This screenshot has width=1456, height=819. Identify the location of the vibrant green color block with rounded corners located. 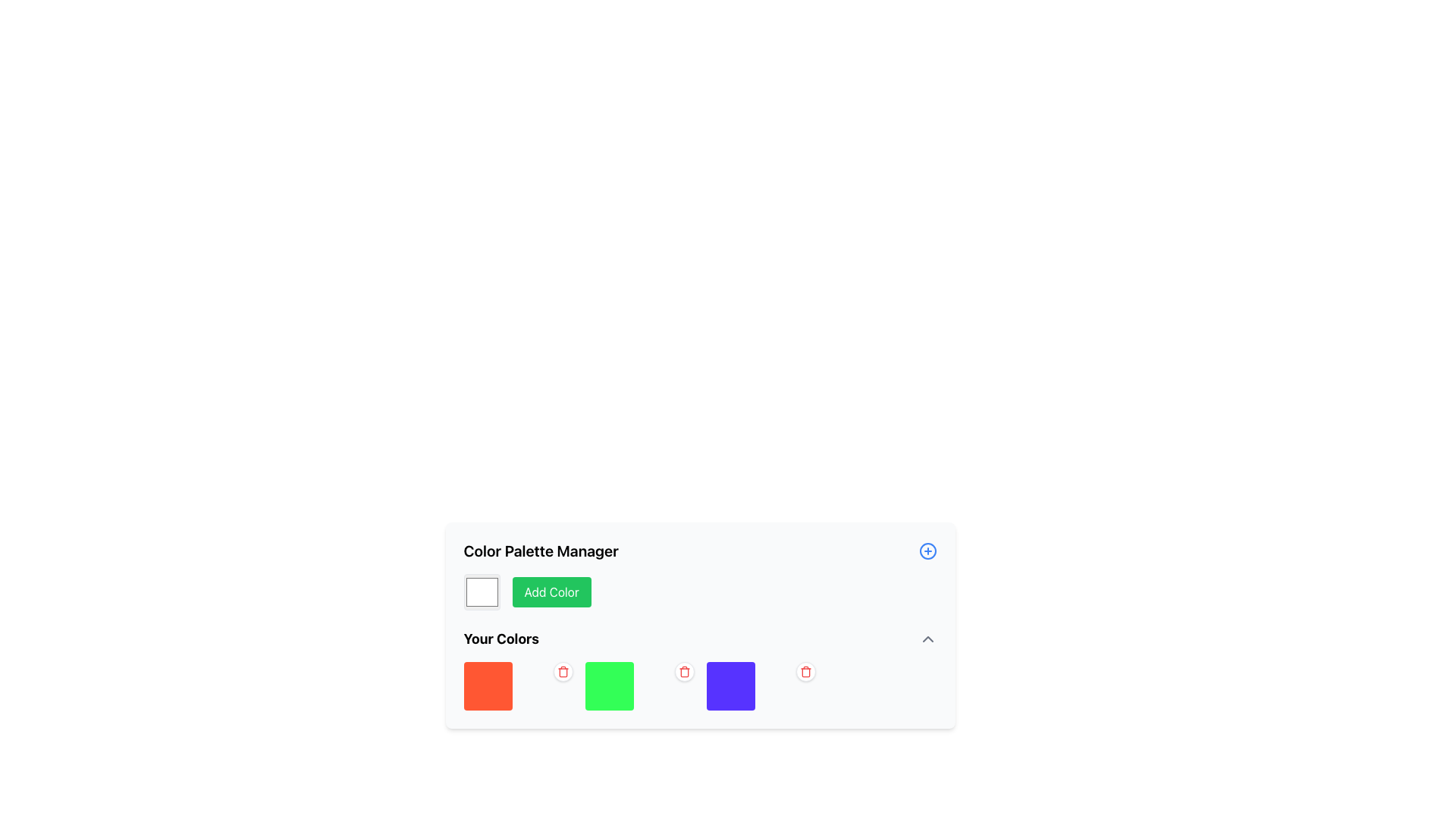
(639, 686).